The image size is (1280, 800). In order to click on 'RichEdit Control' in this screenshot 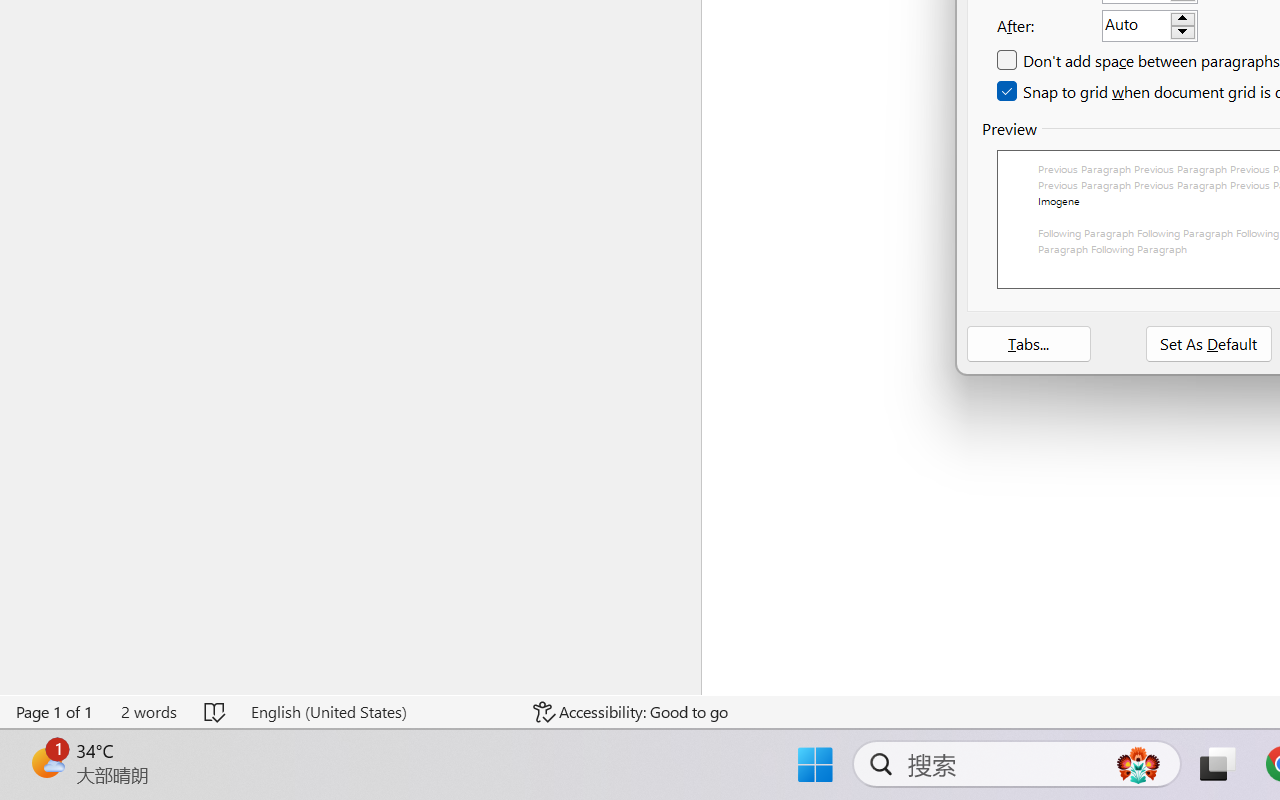, I will do `click(1136, 26)`.